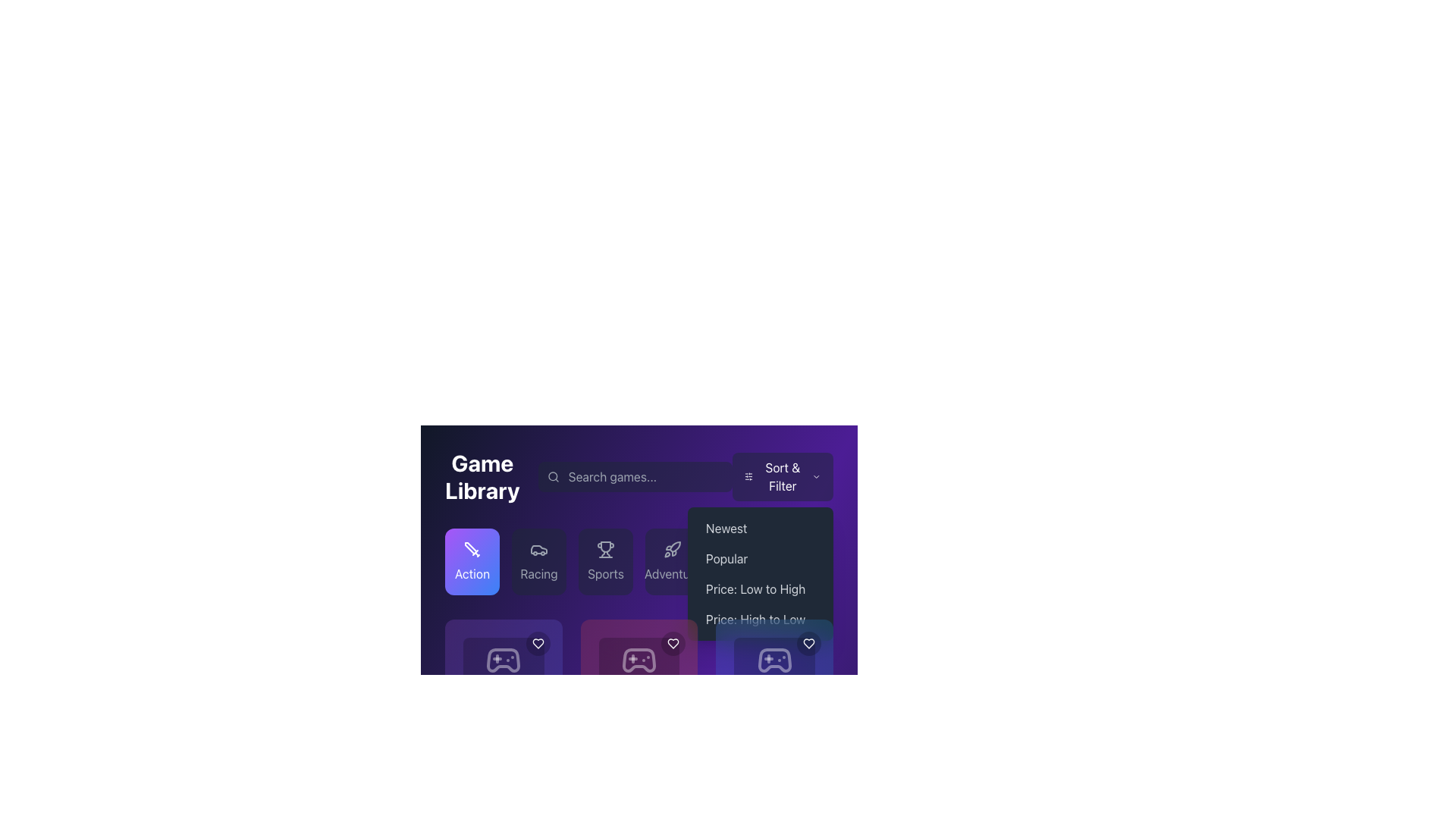  What do you see at coordinates (673, 643) in the screenshot?
I see `the favorite button located at the top-right corner of the game card for 'Shadow Realm' to enable accessibility navigation` at bounding box center [673, 643].